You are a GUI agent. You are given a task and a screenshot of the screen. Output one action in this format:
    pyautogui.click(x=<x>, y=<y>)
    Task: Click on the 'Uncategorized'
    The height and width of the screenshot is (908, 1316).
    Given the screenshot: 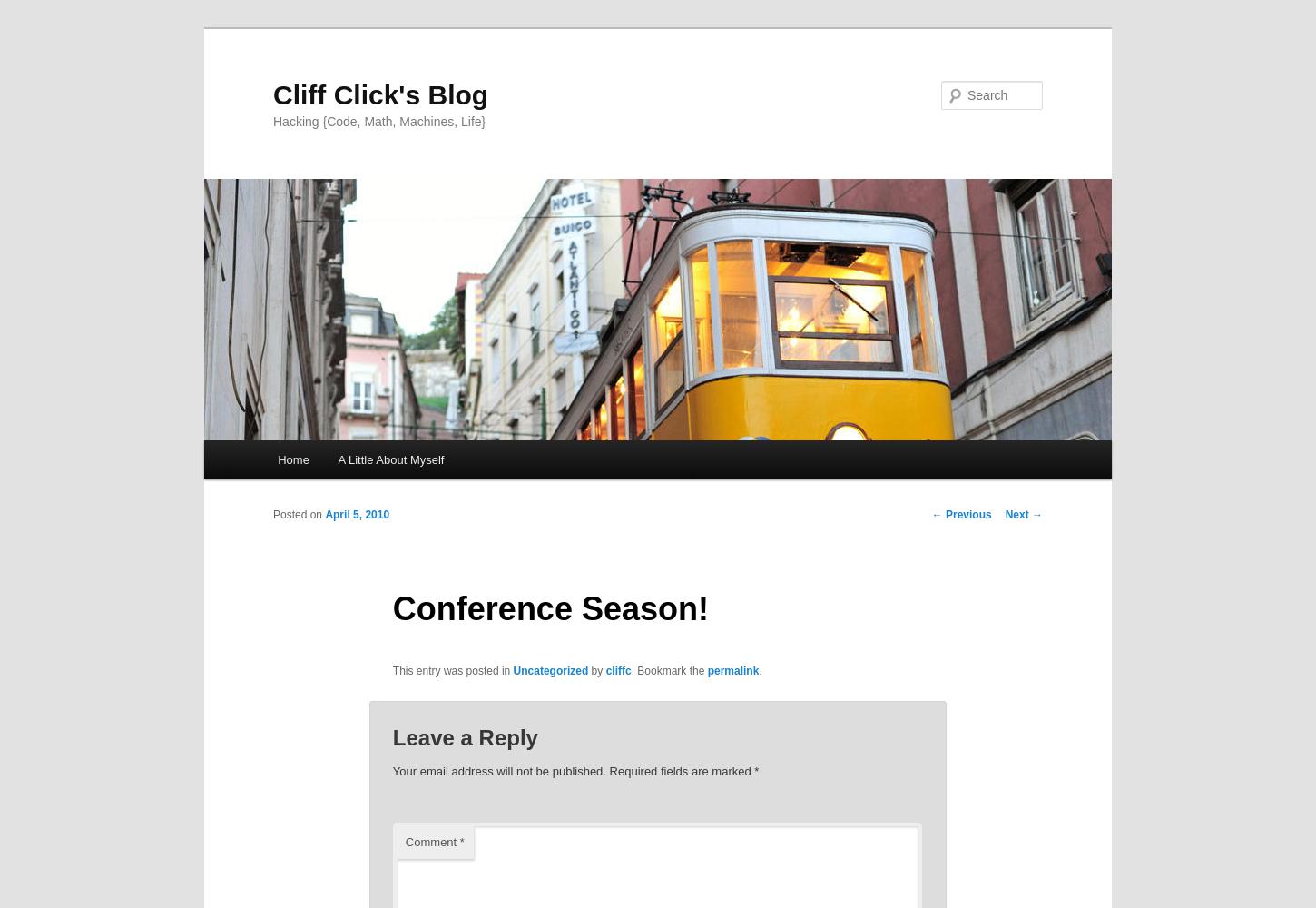 What is the action you would take?
    pyautogui.click(x=549, y=669)
    